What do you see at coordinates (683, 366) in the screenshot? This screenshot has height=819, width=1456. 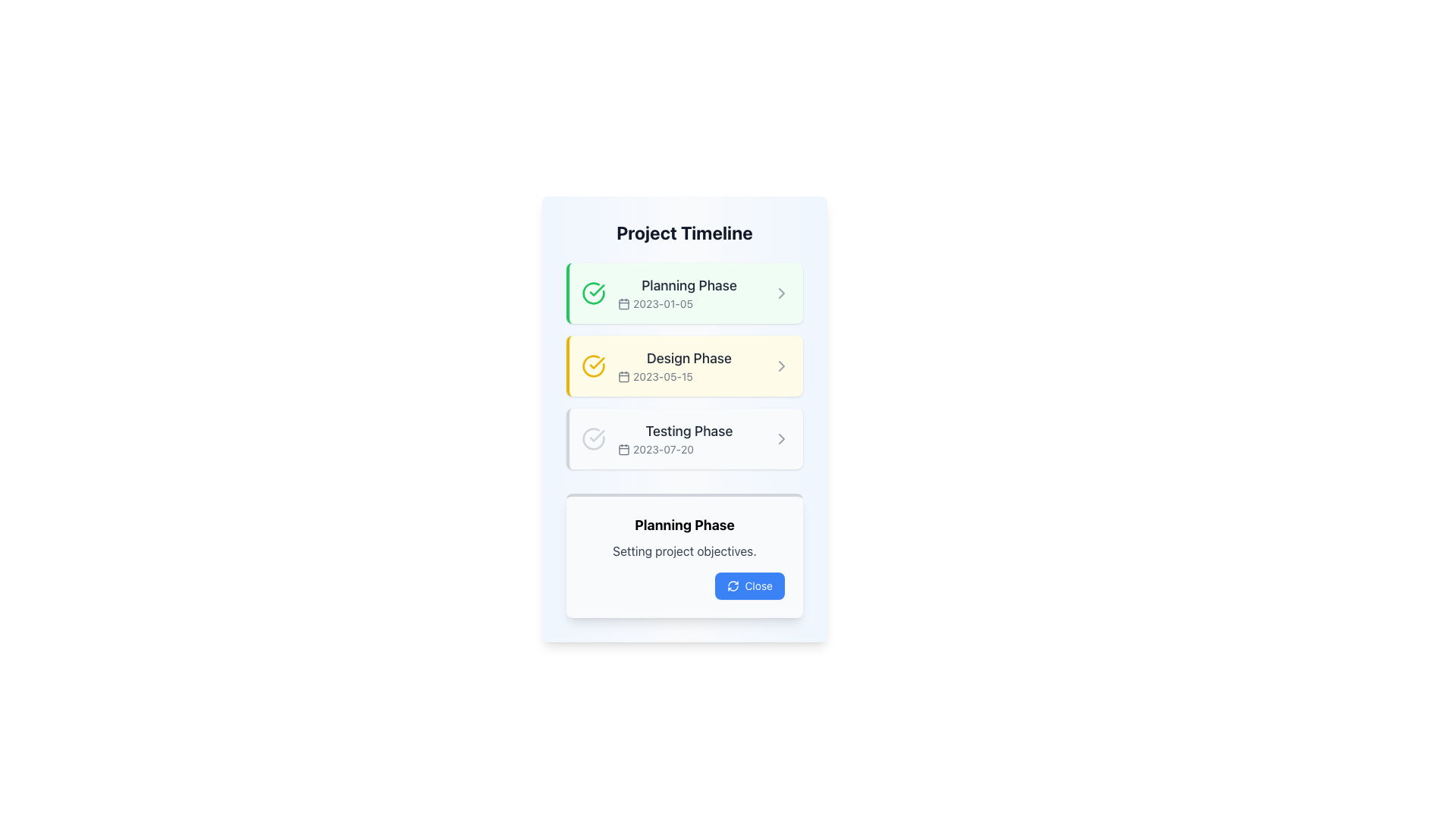 I see `the 'Design Phase' button, which is the second tile in the 'Project Timeline' section` at bounding box center [683, 366].